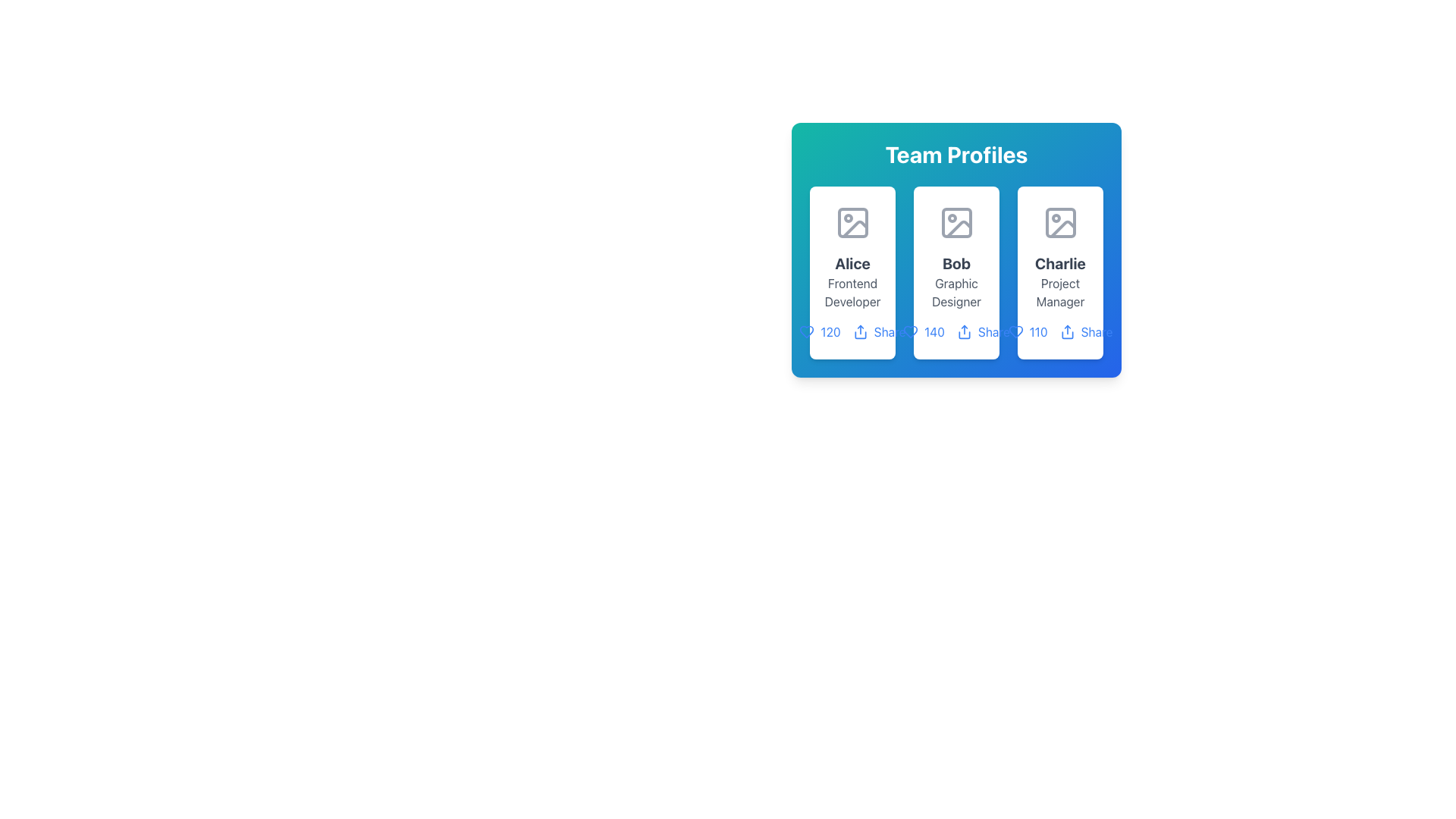  I want to click on the image placeholder icon, which is a gray icon with a square outline and rounded corners, located at the top-center of the card labeled 'Charlie', above the text 'Project Manager', so click(1059, 222).